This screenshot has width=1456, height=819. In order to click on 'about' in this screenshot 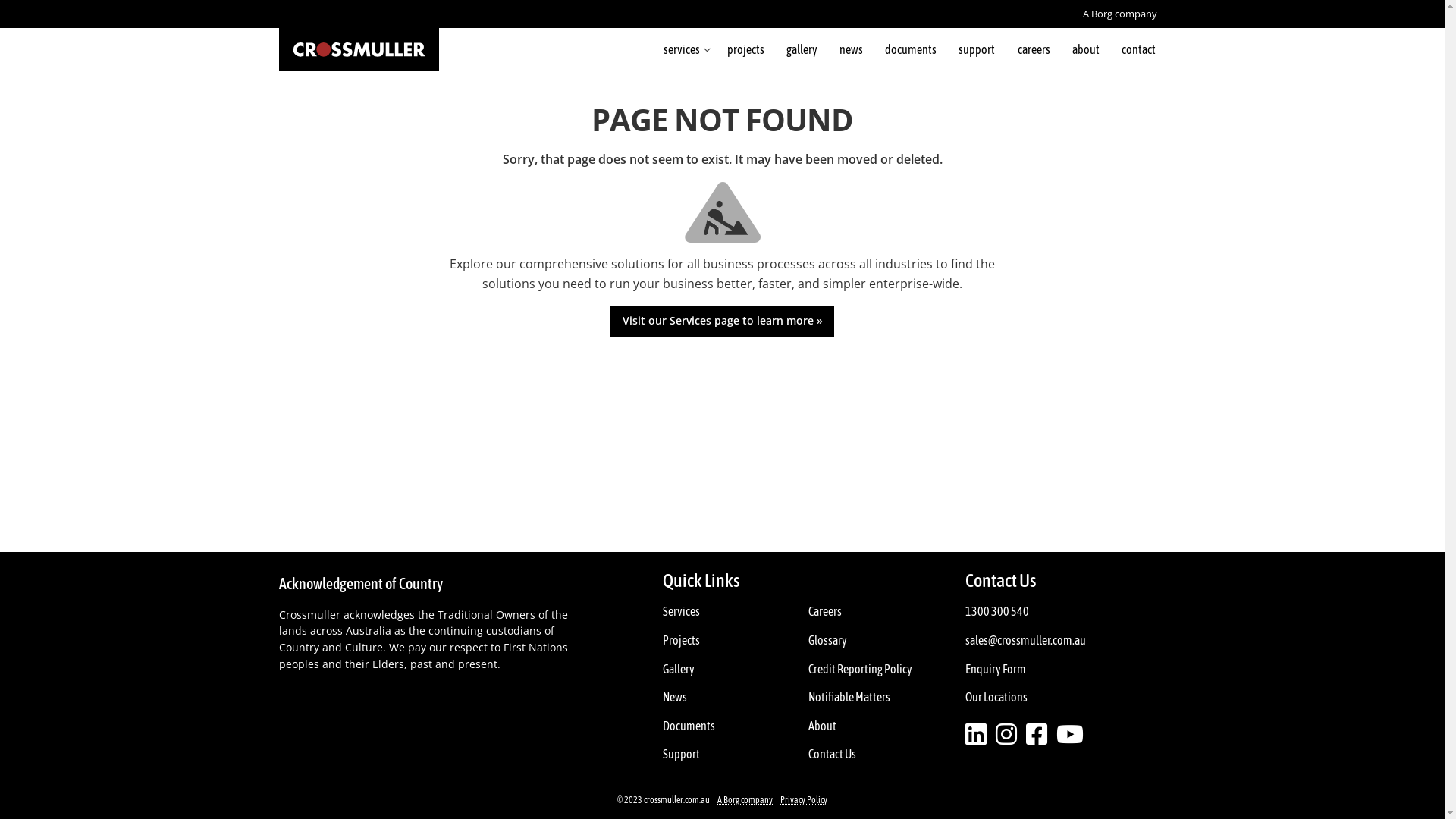, I will do `click(1084, 49)`.